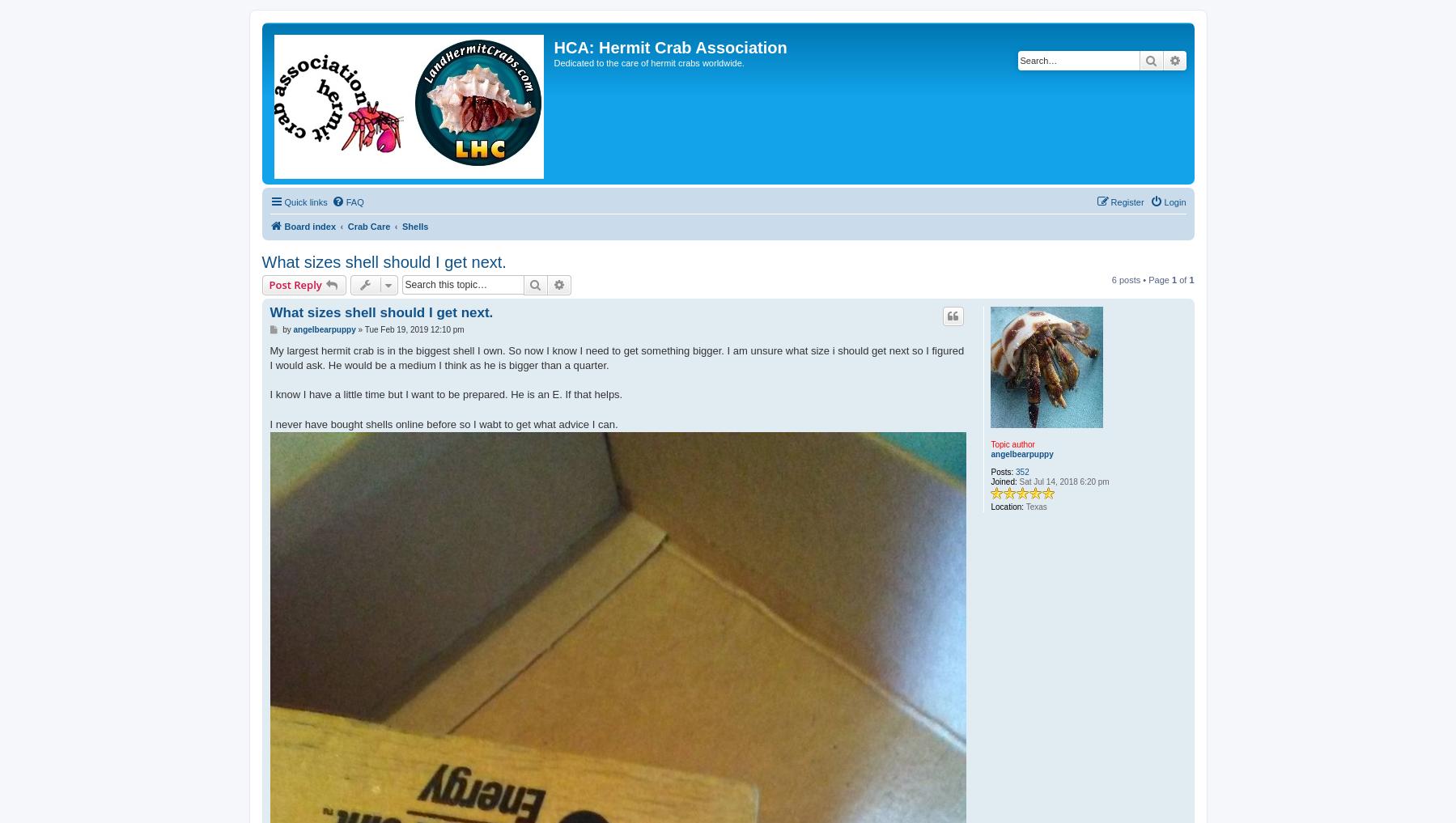 This screenshot has width=1456, height=823. Describe the element at coordinates (414, 329) in the screenshot. I see `'Tue Feb 19, 2019 12:10 pm'` at that location.